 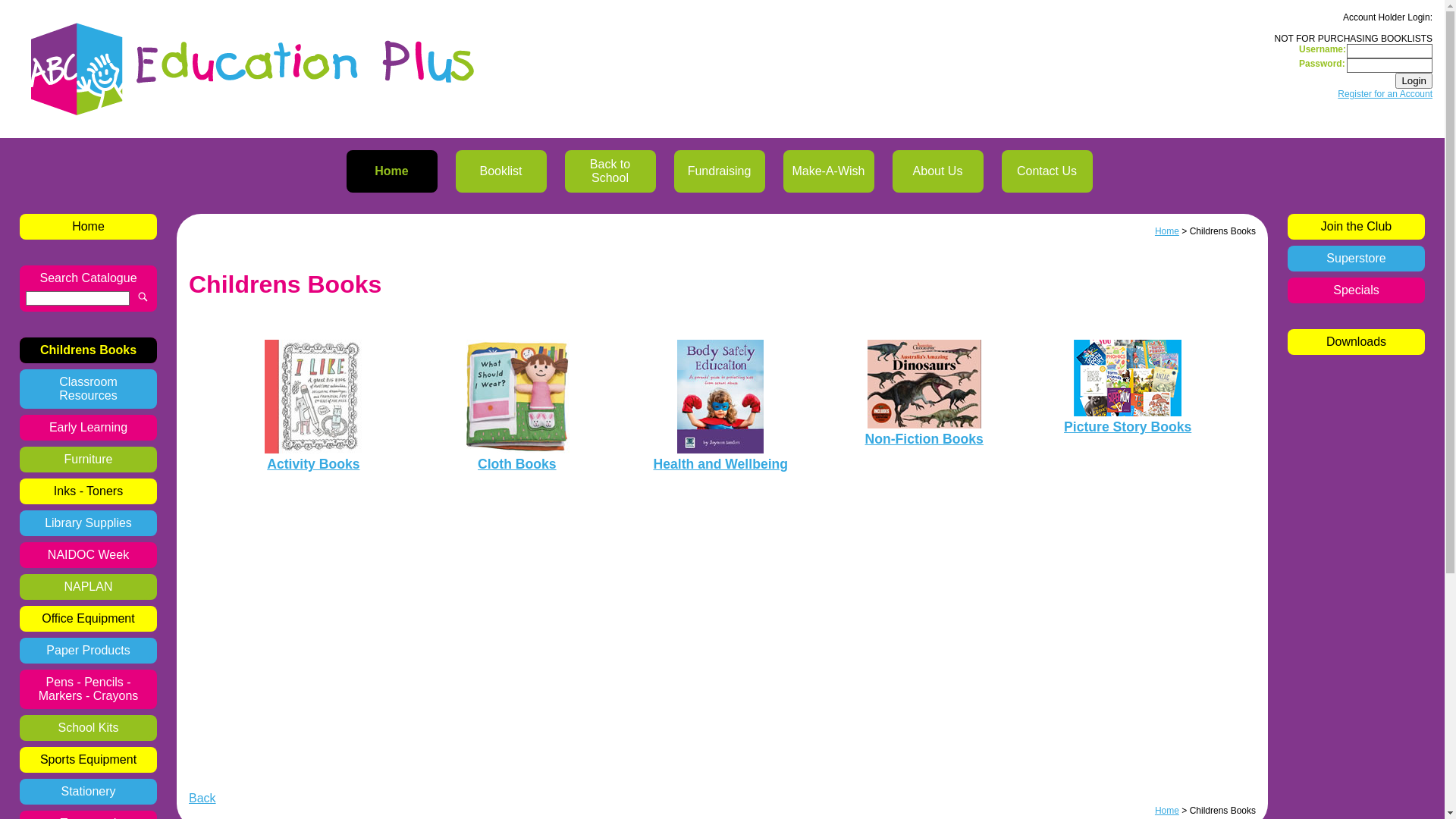 I want to click on 'Pens - Pencils - Markers - Crayons', so click(x=87, y=689).